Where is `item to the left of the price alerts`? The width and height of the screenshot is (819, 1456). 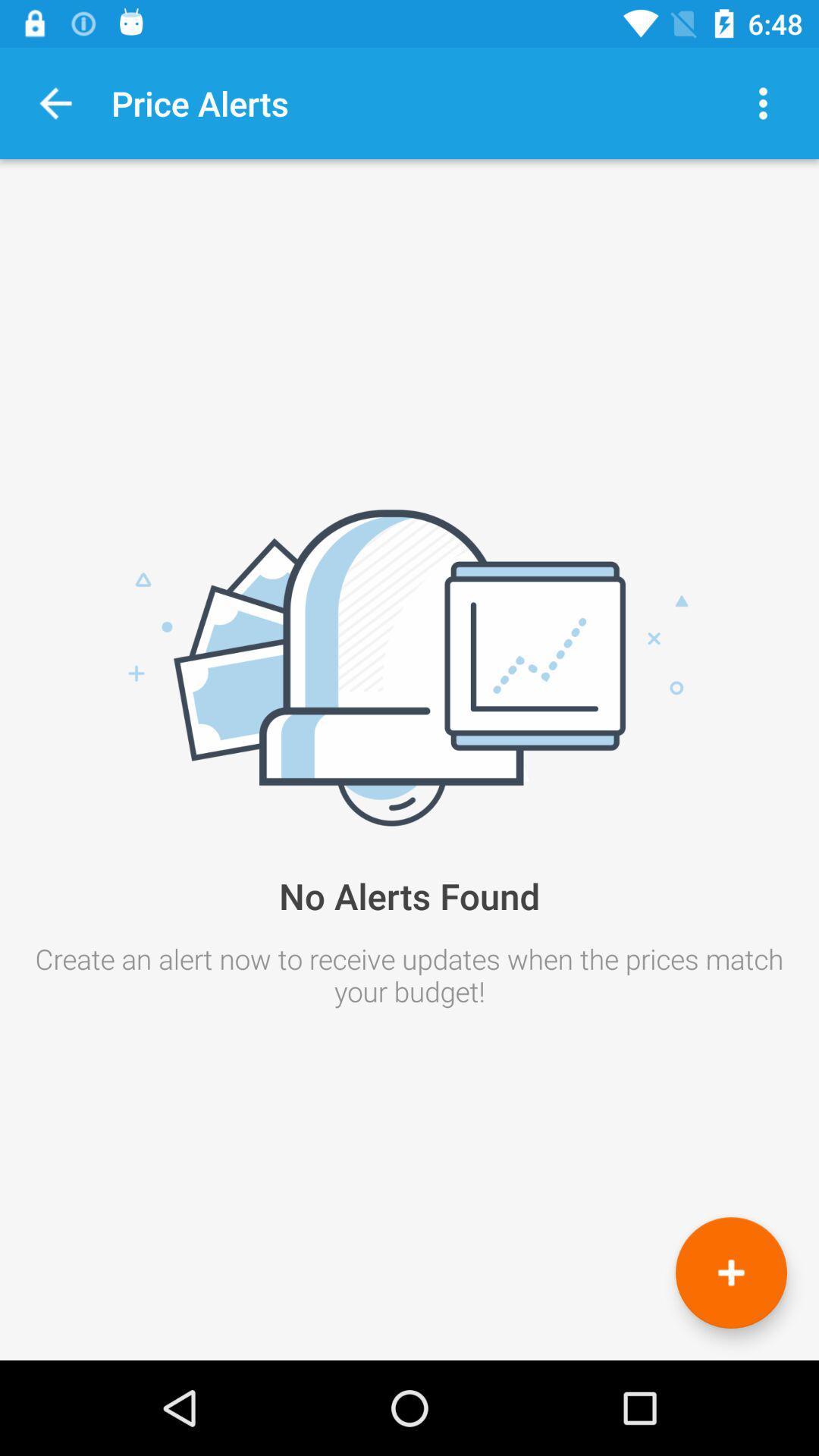 item to the left of the price alerts is located at coordinates (55, 102).